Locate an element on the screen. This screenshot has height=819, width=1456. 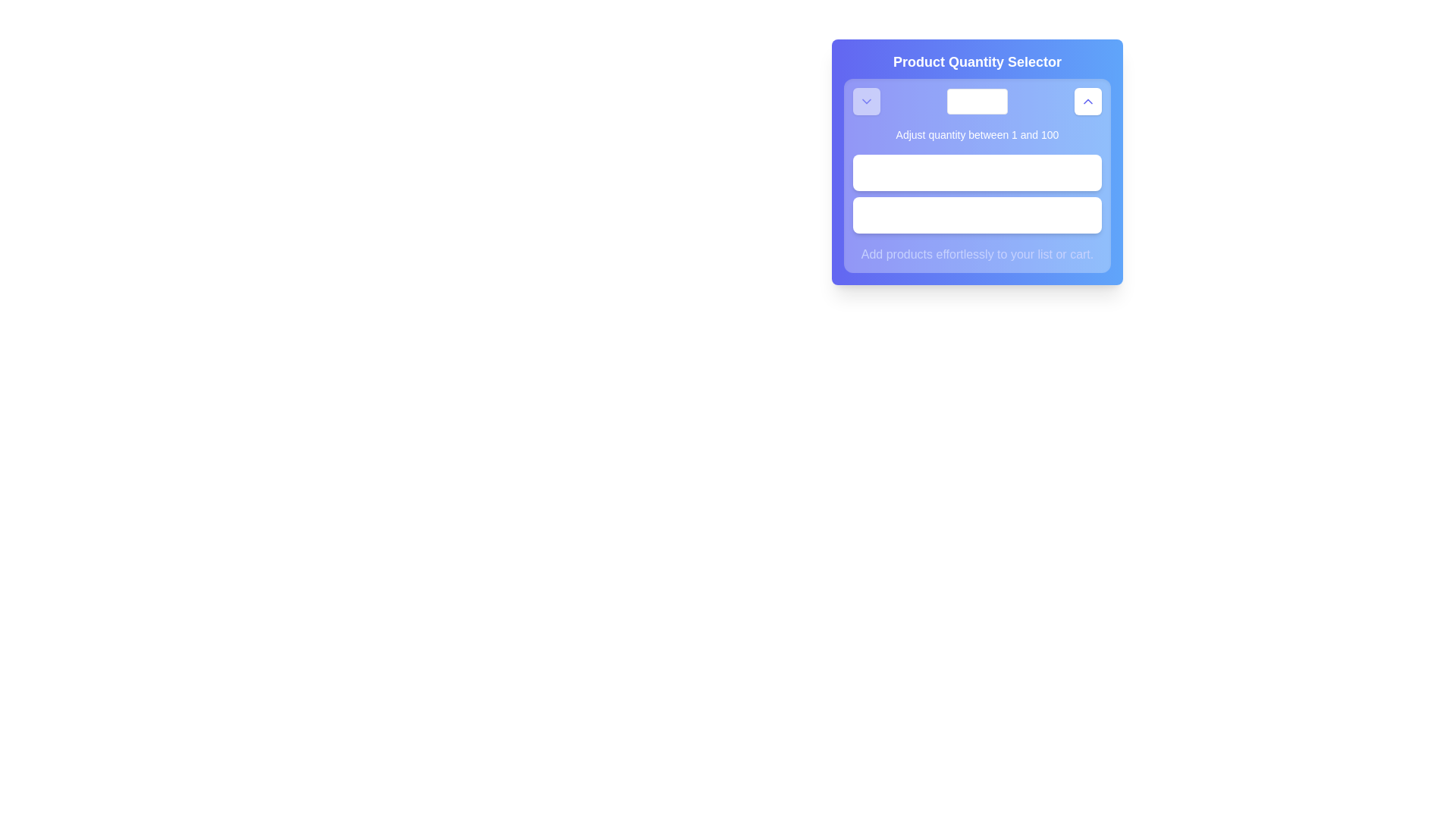
the quantity is located at coordinates (960, 171).